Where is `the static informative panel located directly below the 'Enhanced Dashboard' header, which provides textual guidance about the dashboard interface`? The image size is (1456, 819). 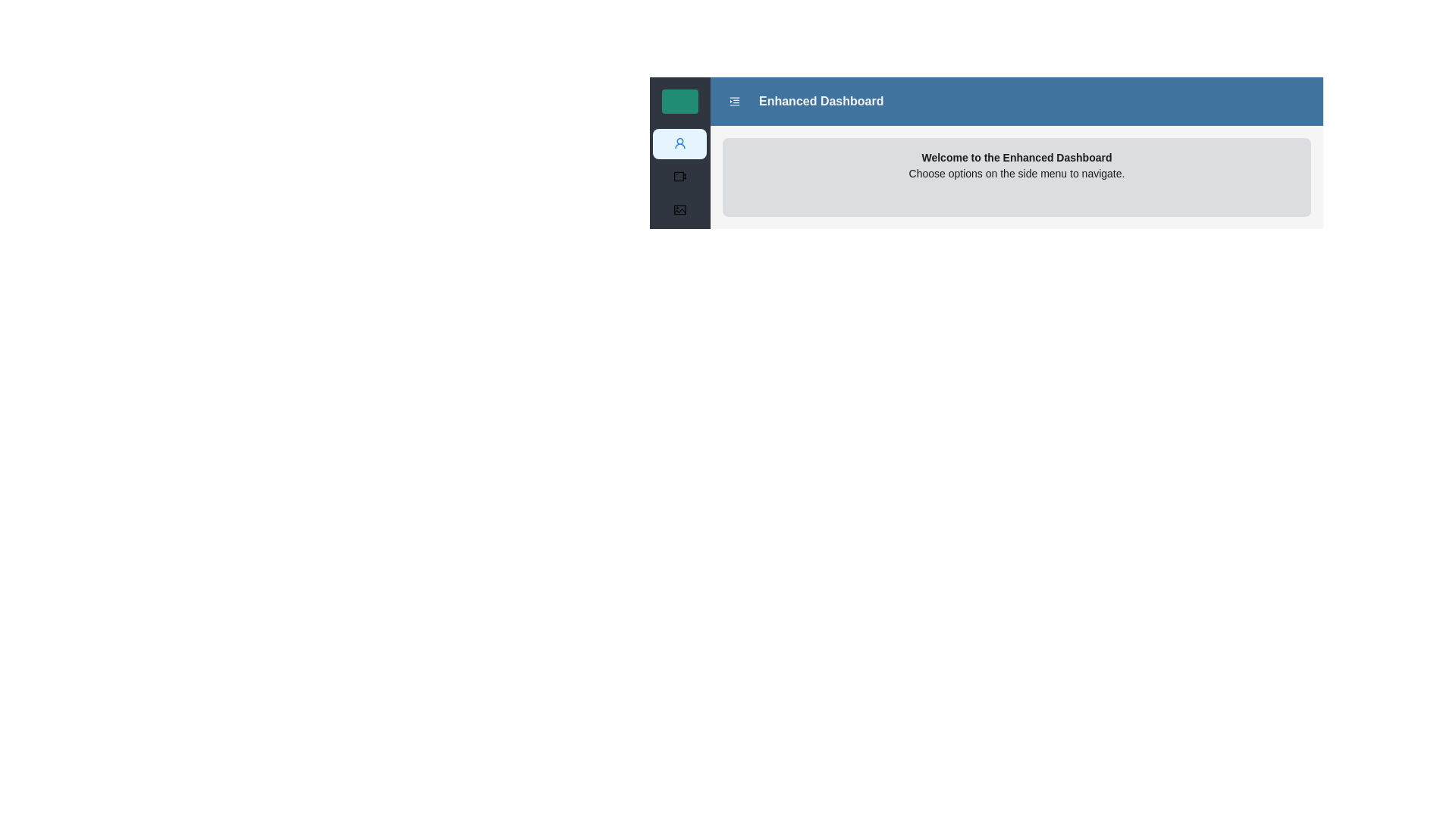 the static informative panel located directly below the 'Enhanced Dashboard' header, which provides textual guidance about the dashboard interface is located at coordinates (1016, 152).